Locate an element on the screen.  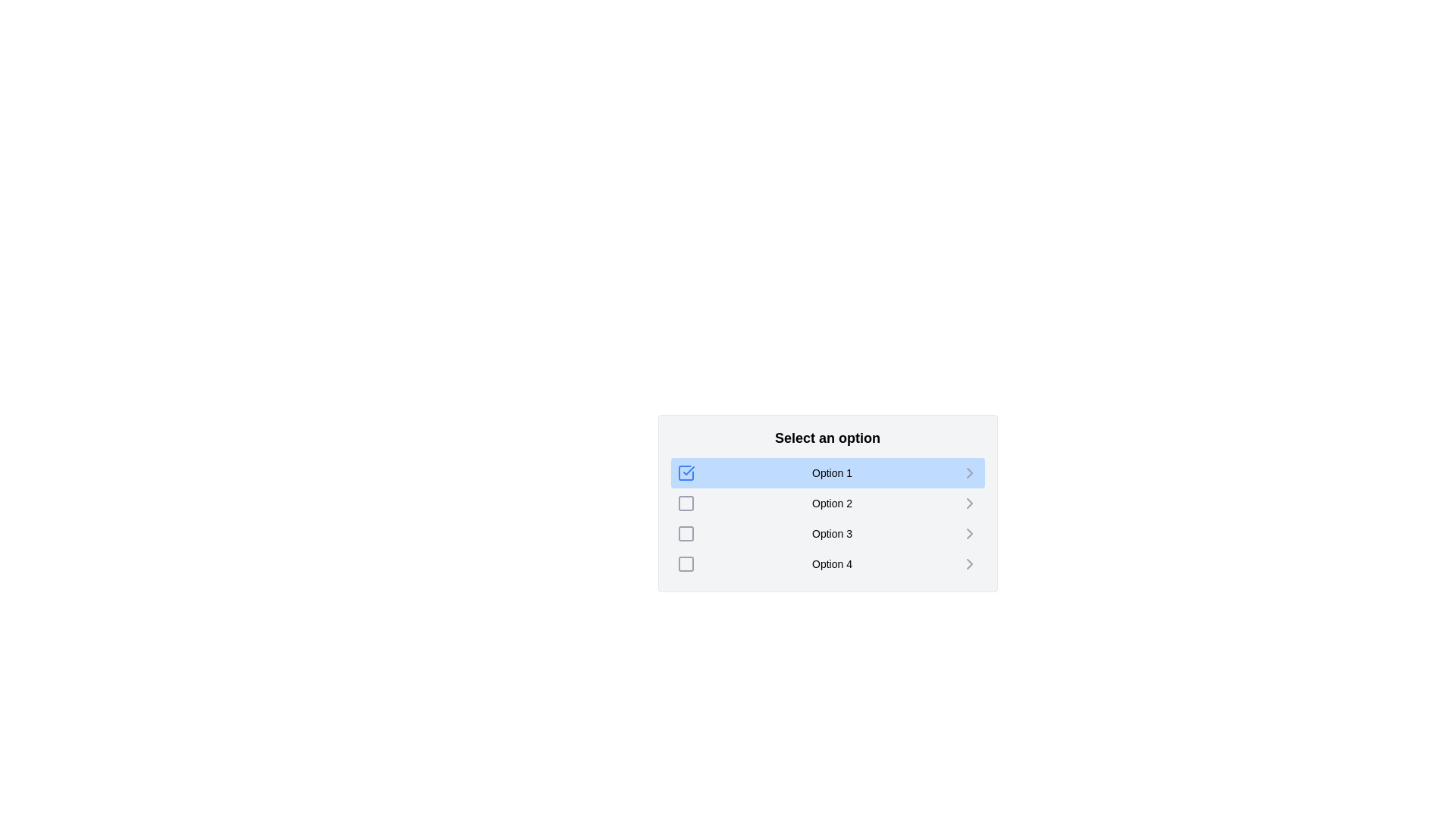
the checkbox located next to the text 'Option 3' in the vertical list is located at coordinates (685, 533).